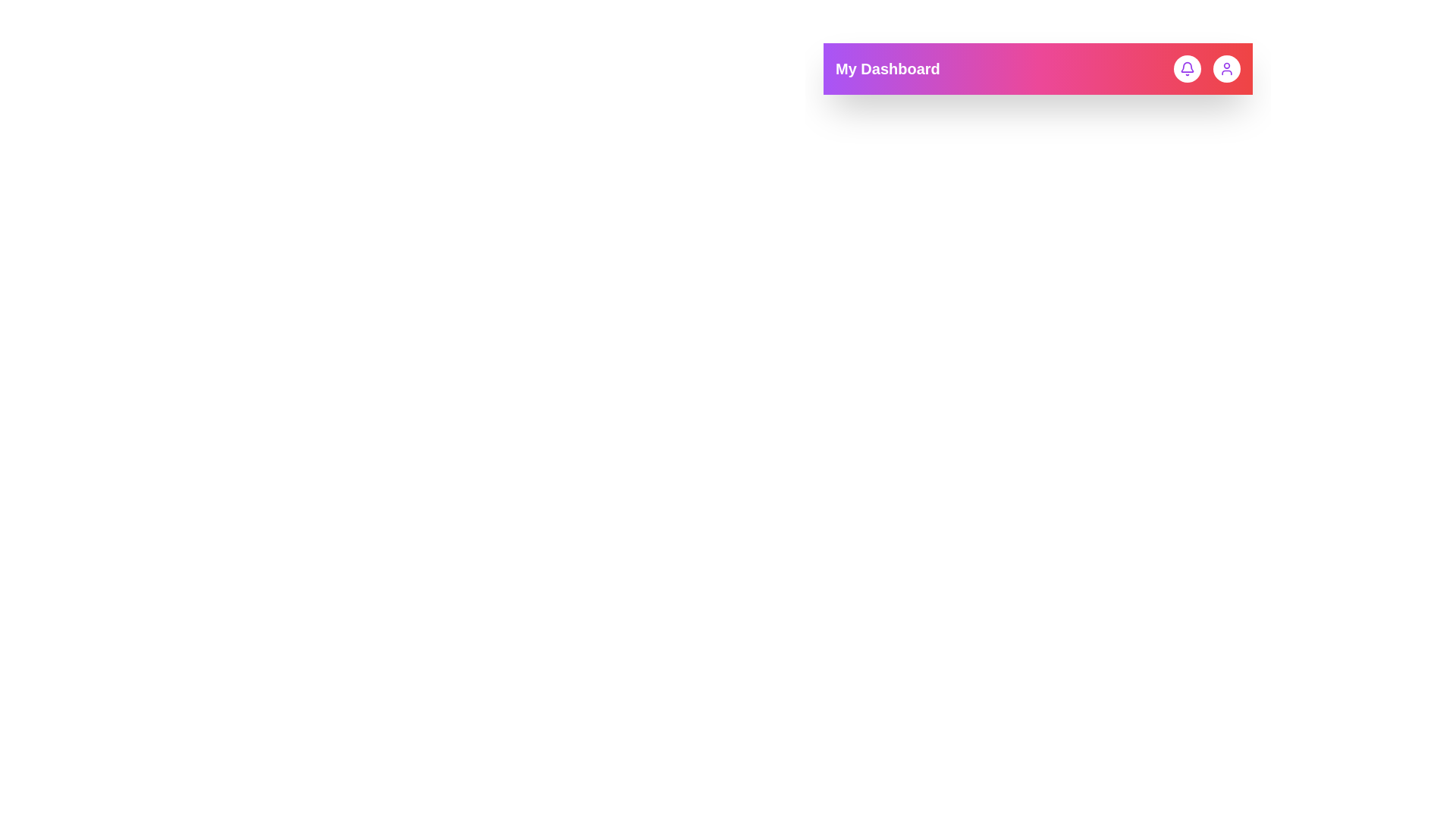 Image resolution: width=1456 pixels, height=819 pixels. Describe the element at coordinates (1226, 69) in the screenshot. I see `the user profile button located at the top-right corner of the app bar` at that location.